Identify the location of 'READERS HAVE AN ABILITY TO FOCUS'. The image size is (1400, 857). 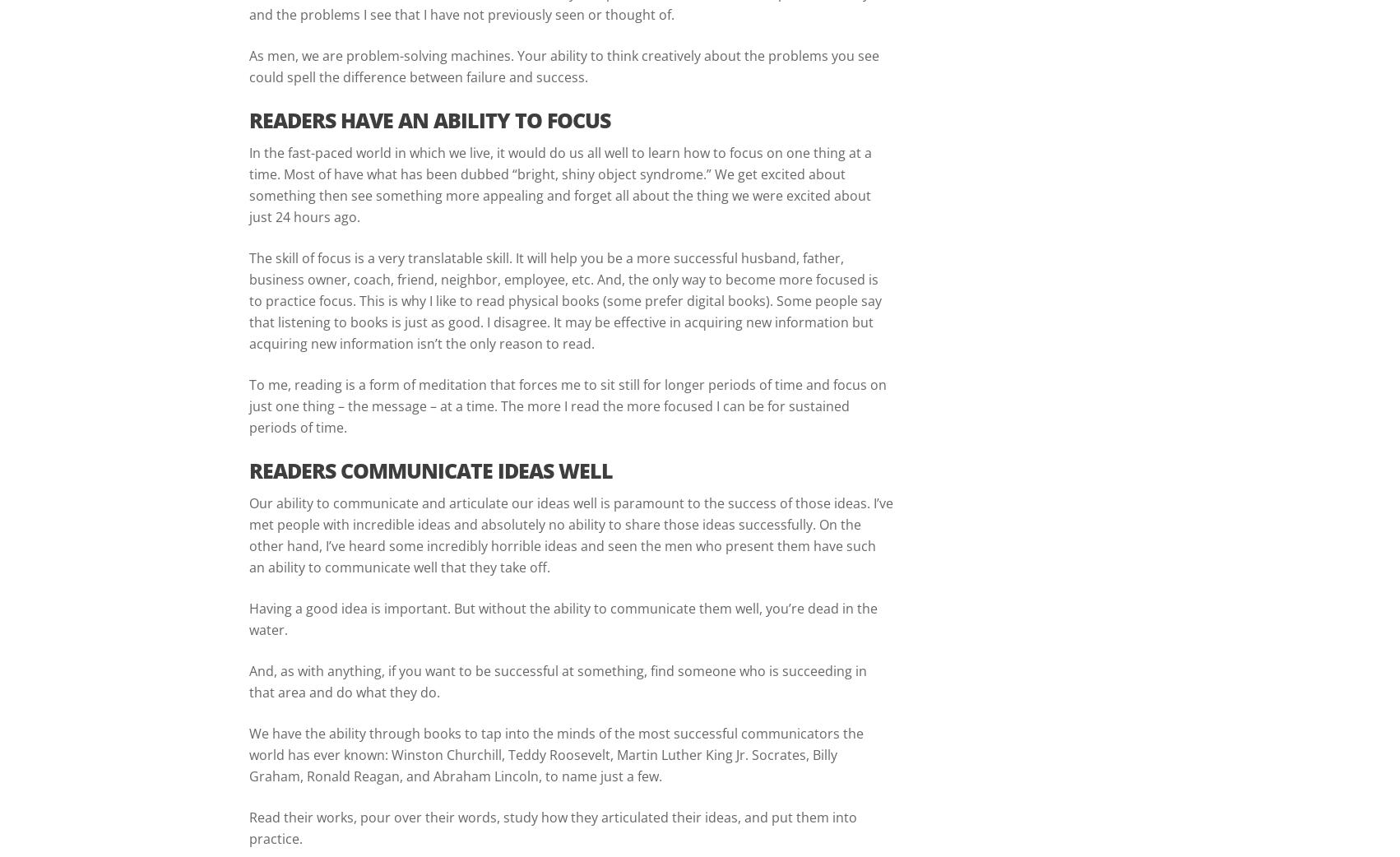
(429, 119).